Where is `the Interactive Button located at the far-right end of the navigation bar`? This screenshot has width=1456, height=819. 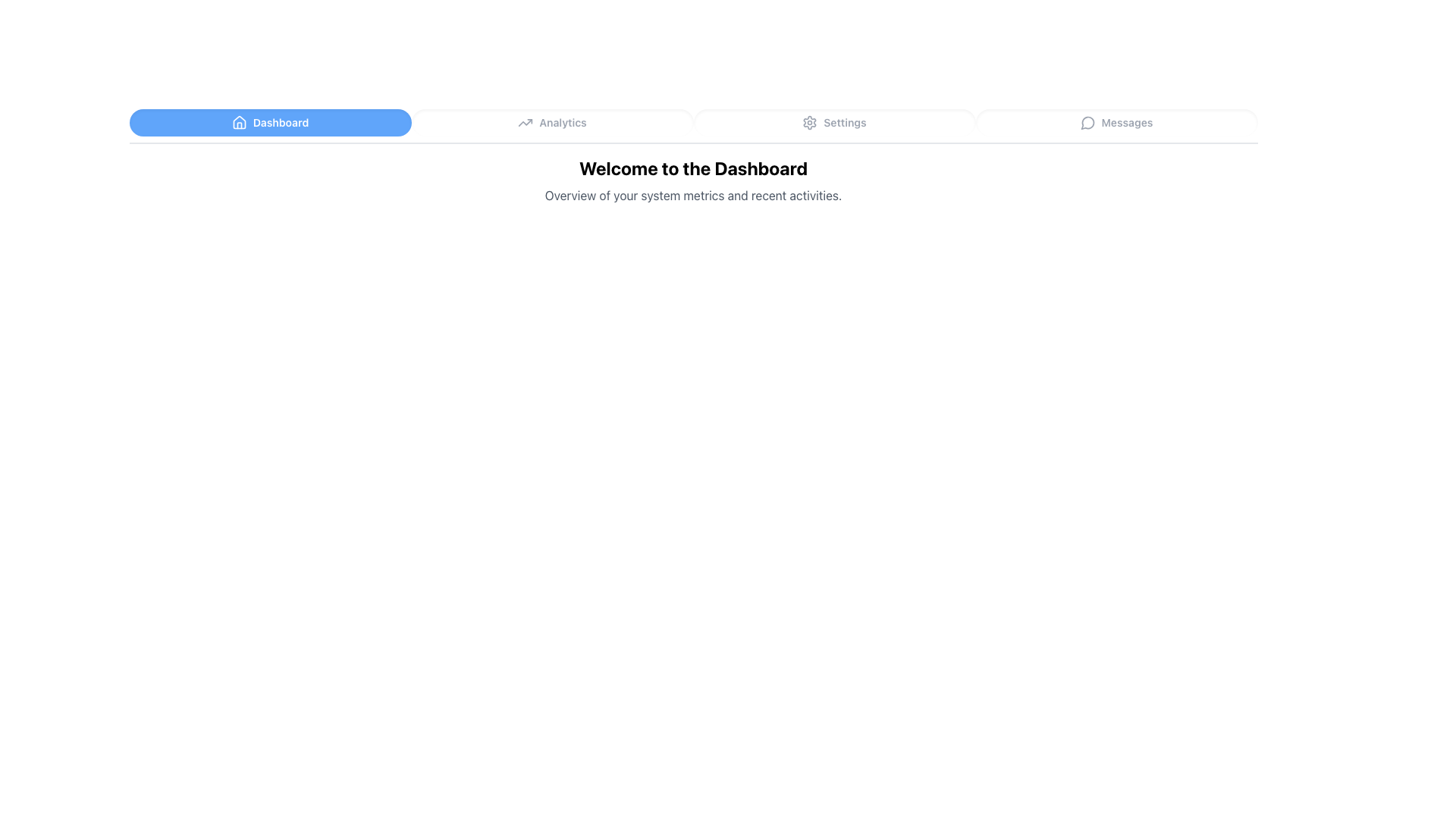 the Interactive Button located at the far-right end of the navigation bar is located at coordinates (1116, 122).